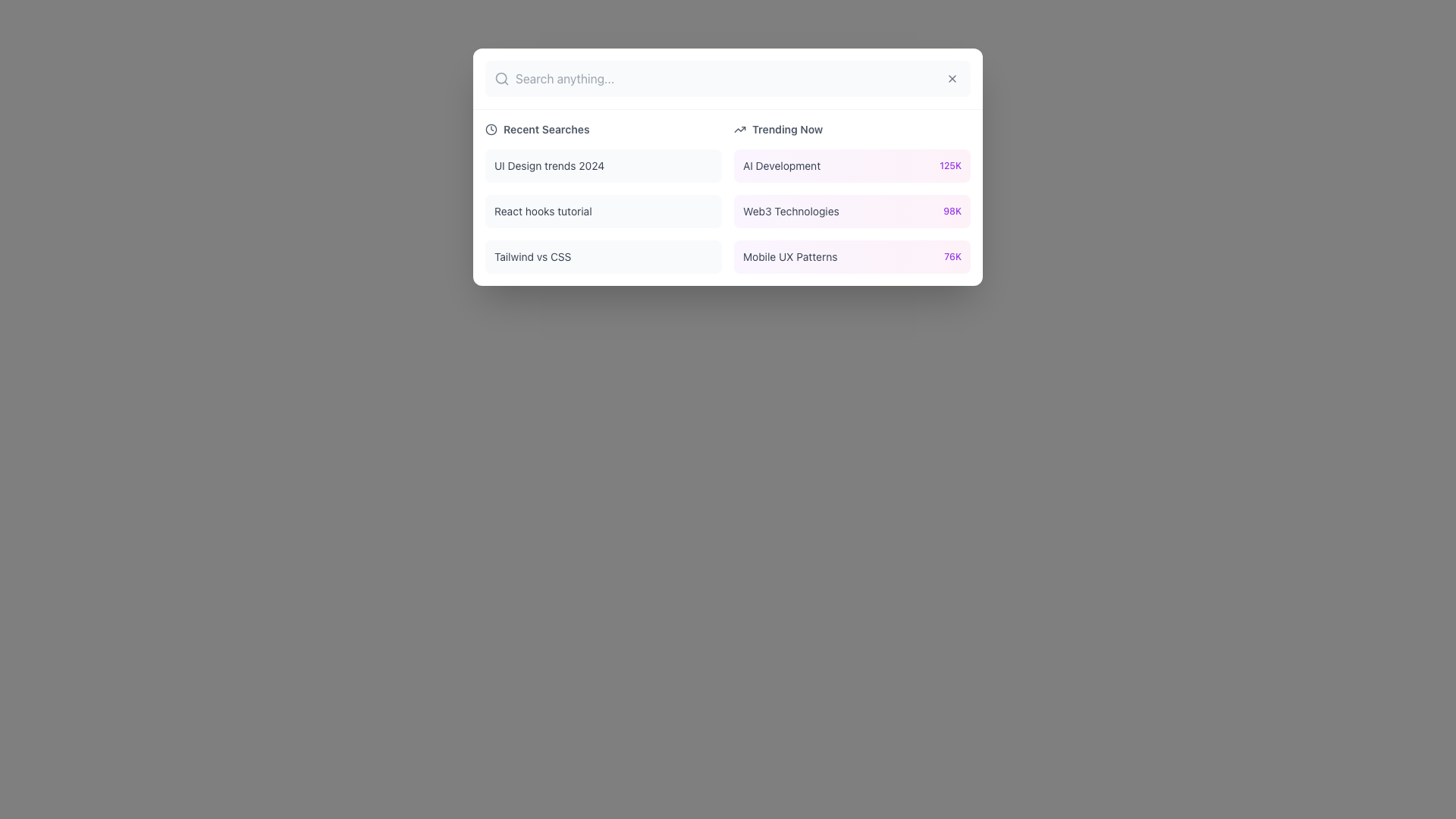 This screenshot has width=1456, height=819. What do you see at coordinates (852, 197) in the screenshot?
I see `the 'Web3 Technologies' trending topic element in the 'Trending Now' section` at bounding box center [852, 197].